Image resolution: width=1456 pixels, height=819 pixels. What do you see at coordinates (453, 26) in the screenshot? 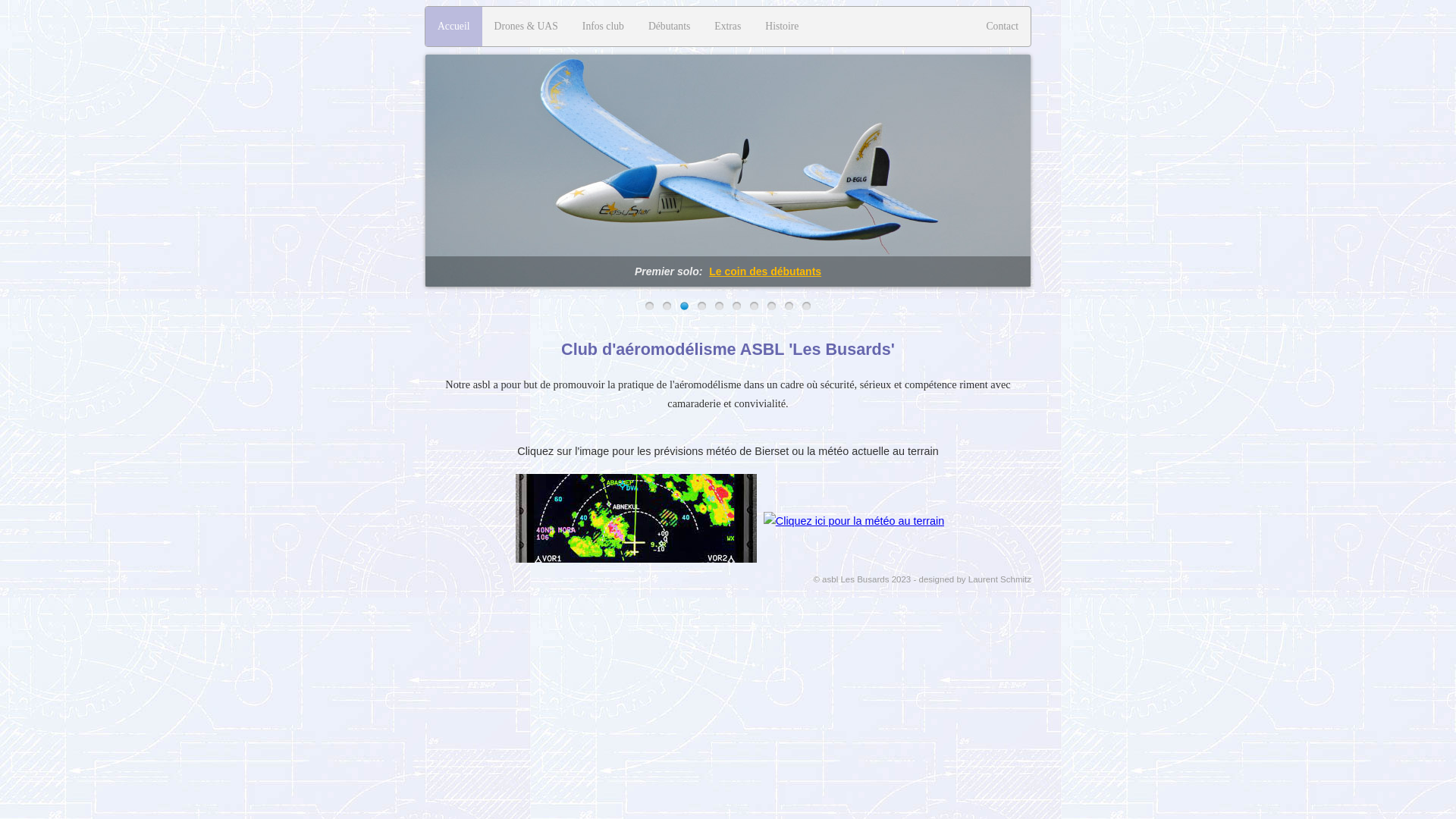
I see `'Accueil'` at bounding box center [453, 26].